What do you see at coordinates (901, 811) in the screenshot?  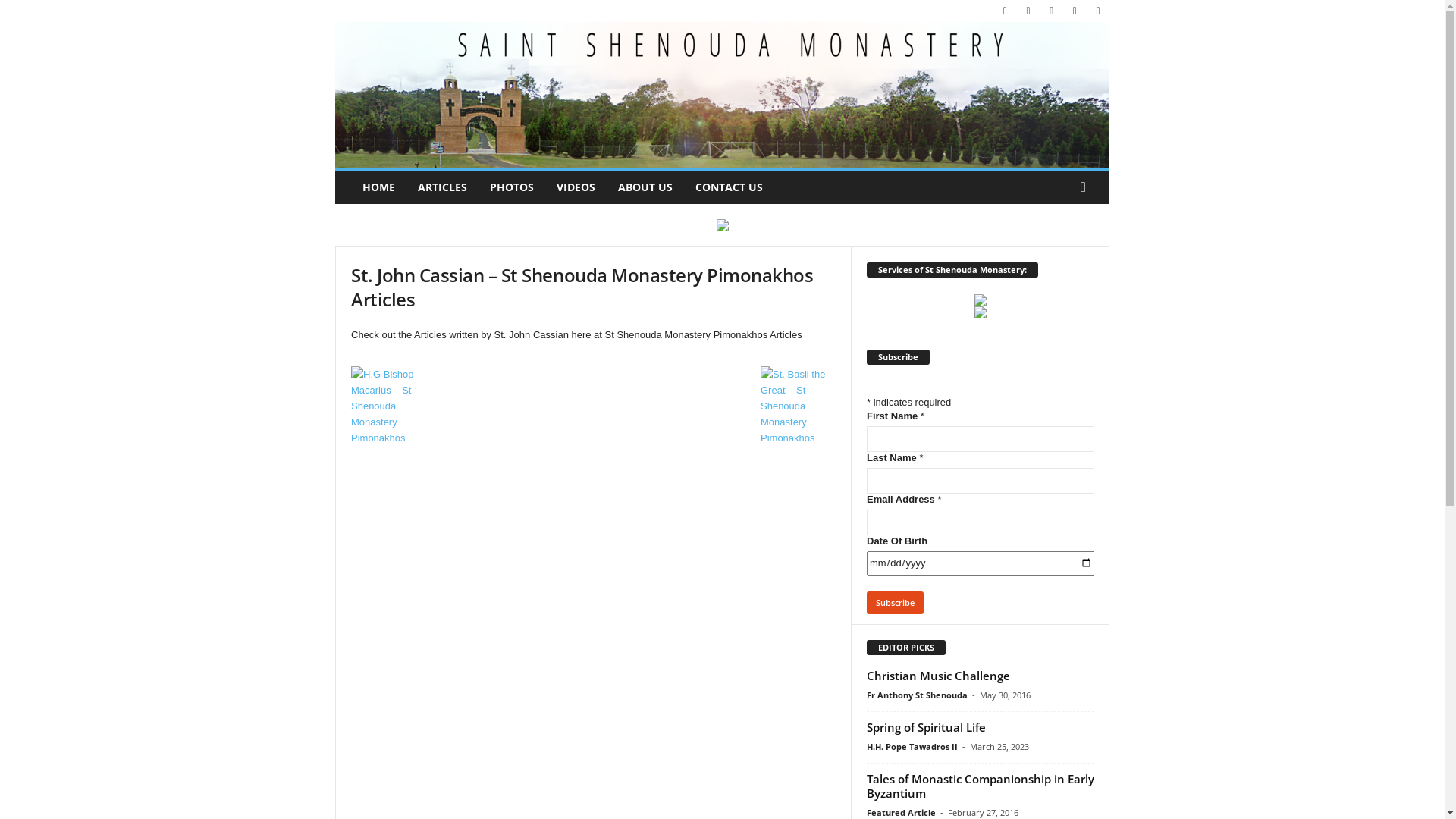 I see `'Featured Article'` at bounding box center [901, 811].